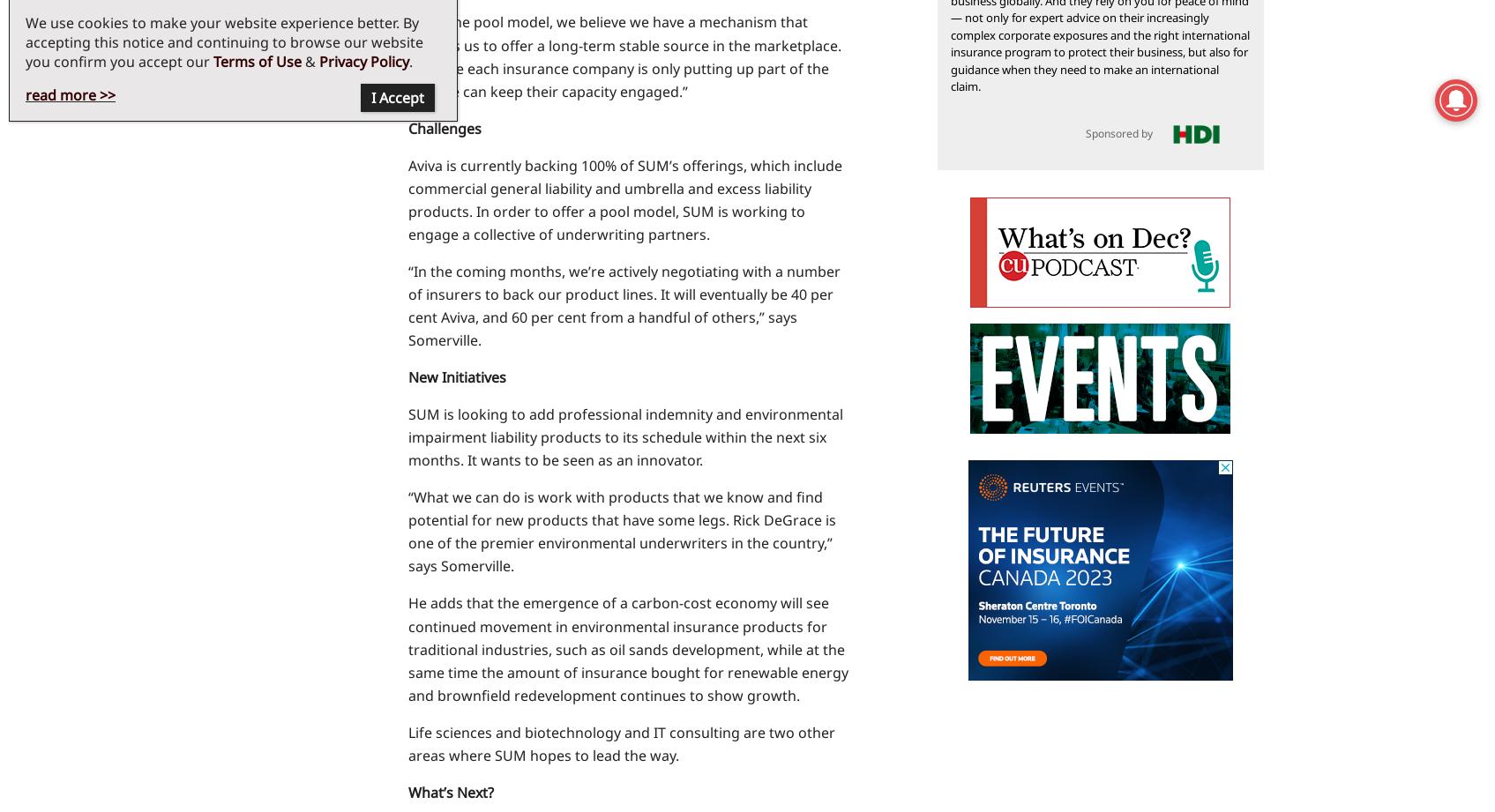 This screenshot has height=812, width=1495. What do you see at coordinates (407, 305) in the screenshot?
I see `'“In the coming months, we’re actively negotiating with a number of insurers to back our product lines. It will eventually be 40 per cent Aviva, and 60 per cent from a handful of others,” says Somerville.'` at bounding box center [407, 305].